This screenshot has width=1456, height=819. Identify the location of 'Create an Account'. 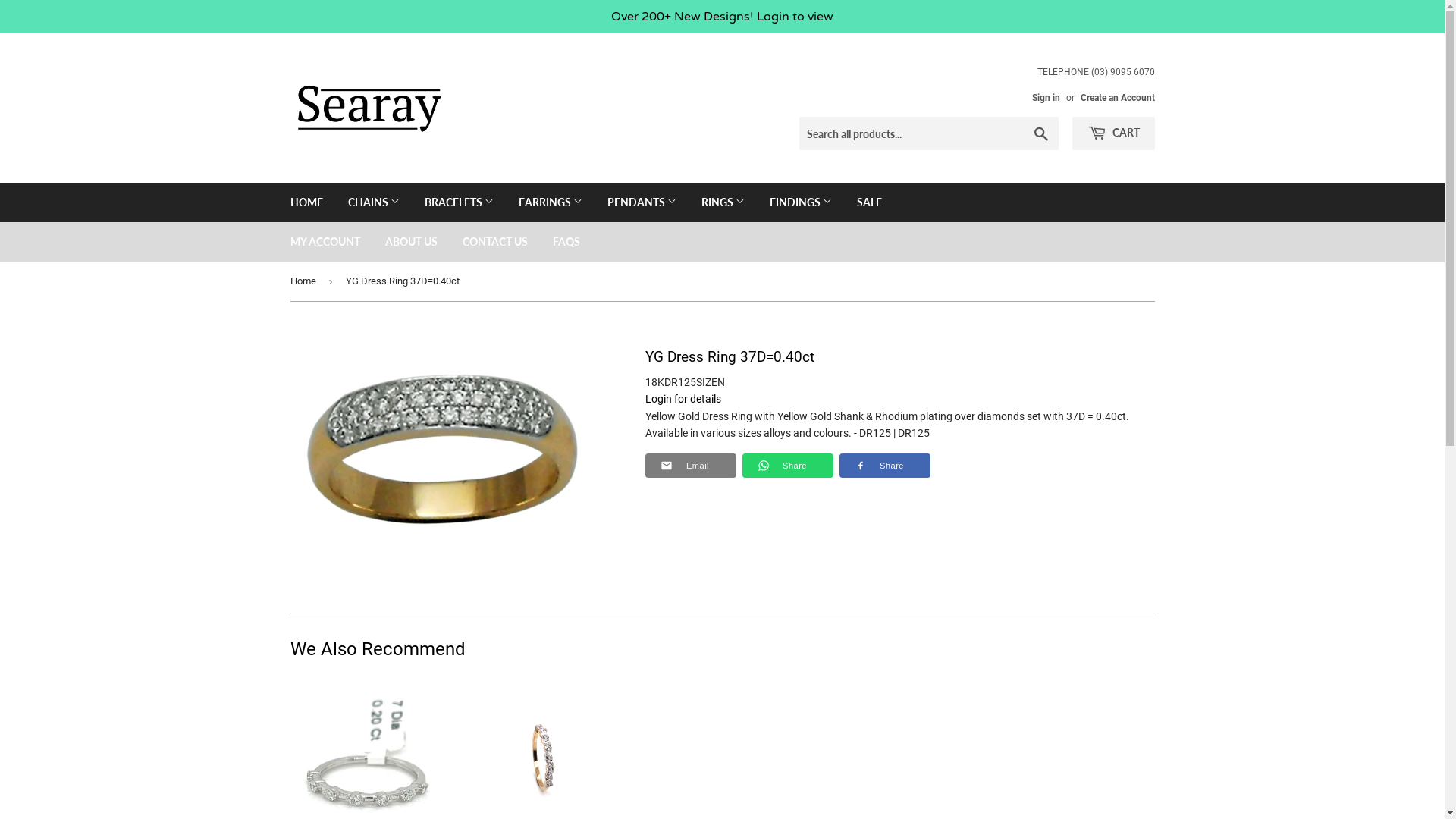
(1117, 97).